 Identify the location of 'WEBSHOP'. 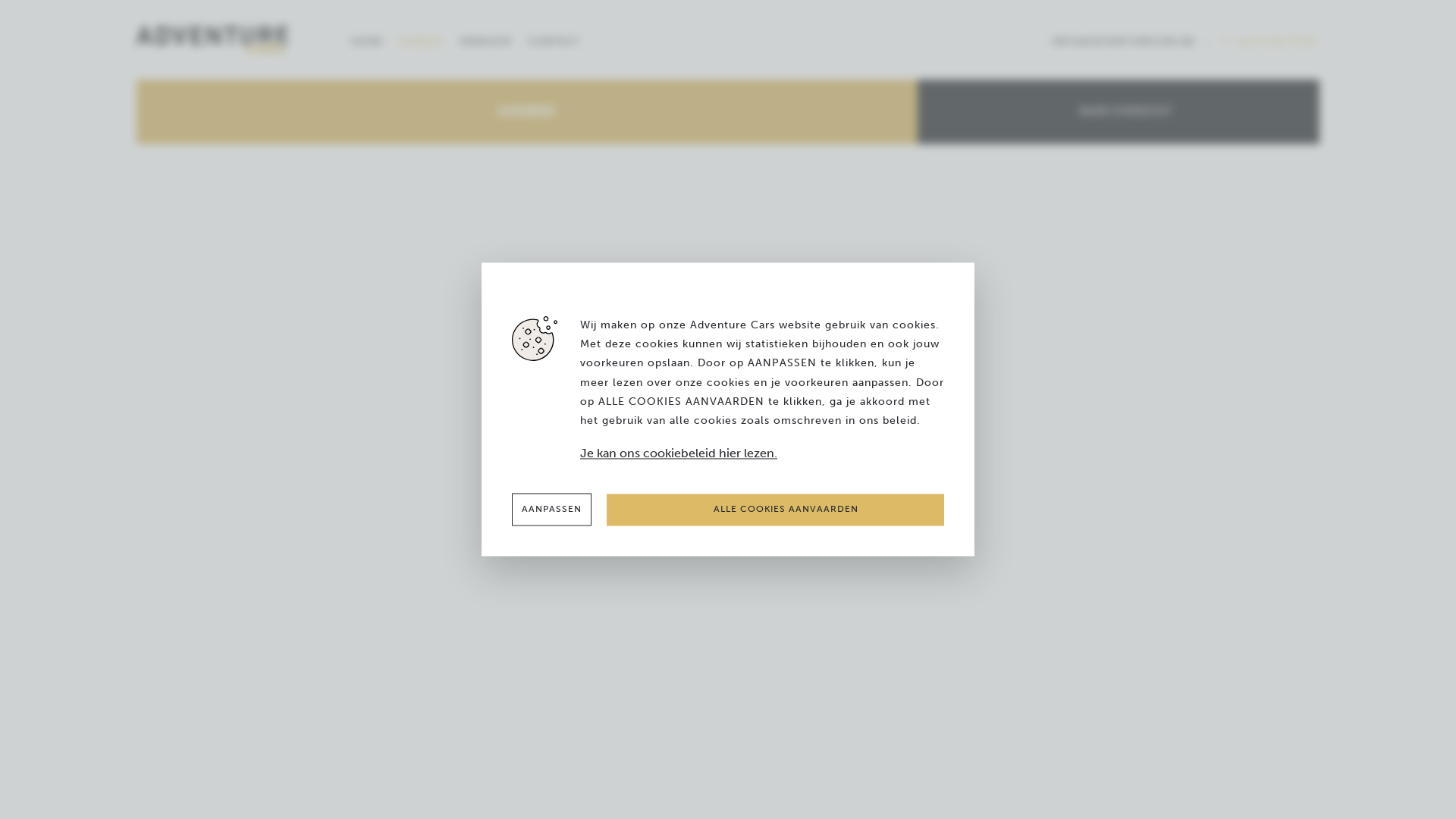
(486, 39).